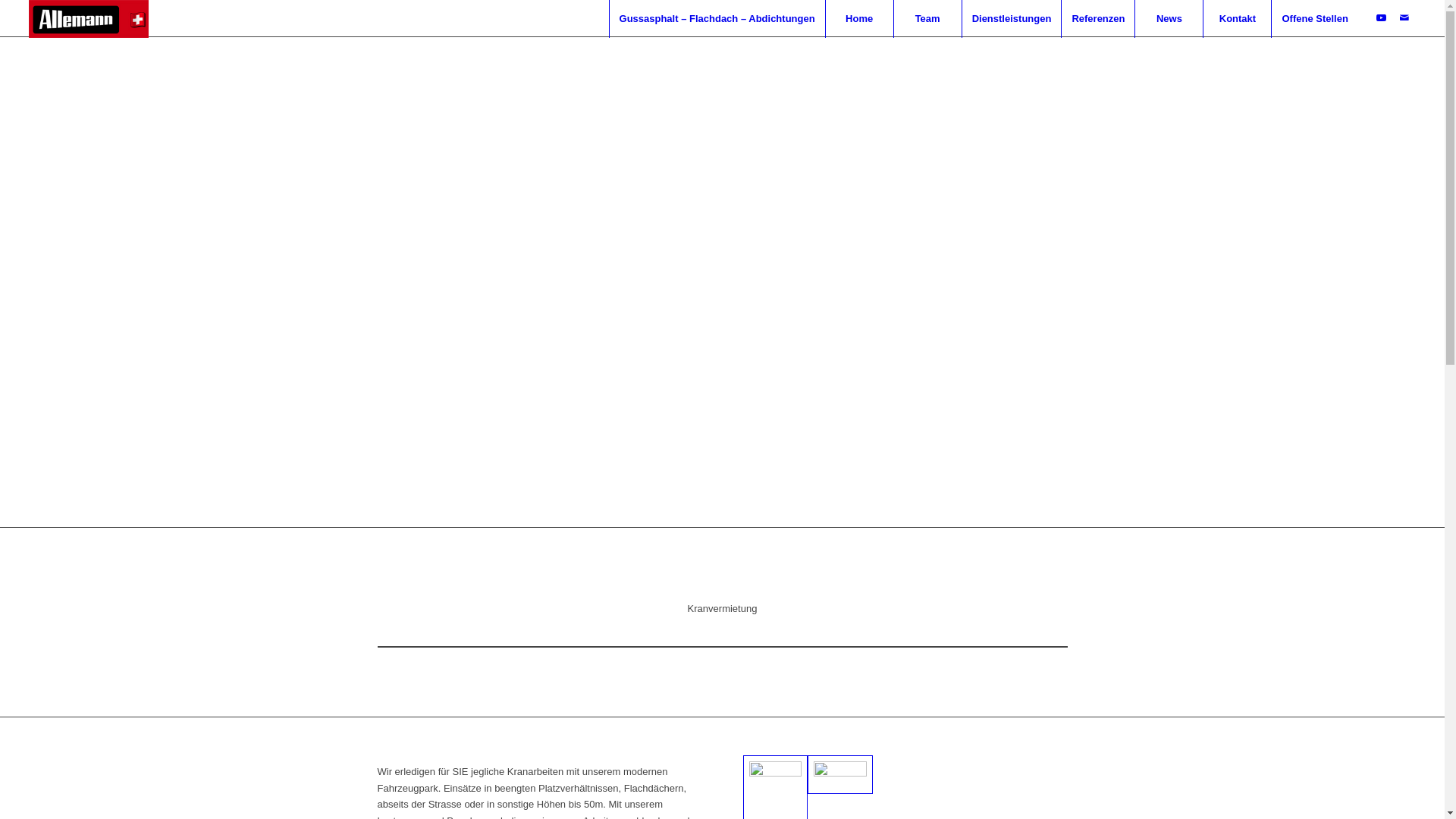 Image resolution: width=1456 pixels, height=819 pixels. What do you see at coordinates (87, 18) in the screenshot?
I see `'Allemann-AG-Logo'` at bounding box center [87, 18].